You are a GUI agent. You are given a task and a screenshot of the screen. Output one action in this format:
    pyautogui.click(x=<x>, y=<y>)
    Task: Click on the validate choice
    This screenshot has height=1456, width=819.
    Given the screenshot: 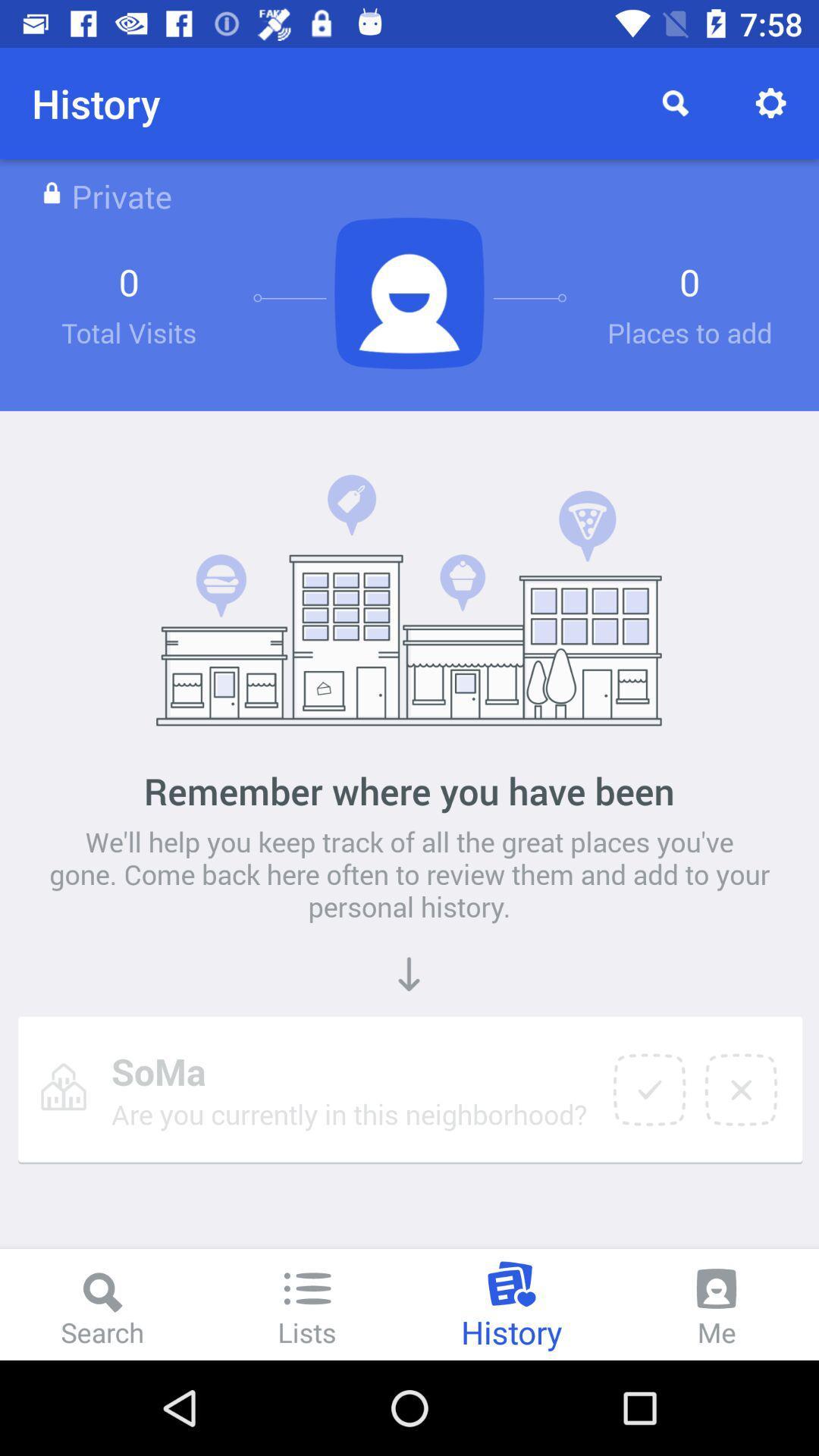 What is the action you would take?
    pyautogui.click(x=648, y=1089)
    